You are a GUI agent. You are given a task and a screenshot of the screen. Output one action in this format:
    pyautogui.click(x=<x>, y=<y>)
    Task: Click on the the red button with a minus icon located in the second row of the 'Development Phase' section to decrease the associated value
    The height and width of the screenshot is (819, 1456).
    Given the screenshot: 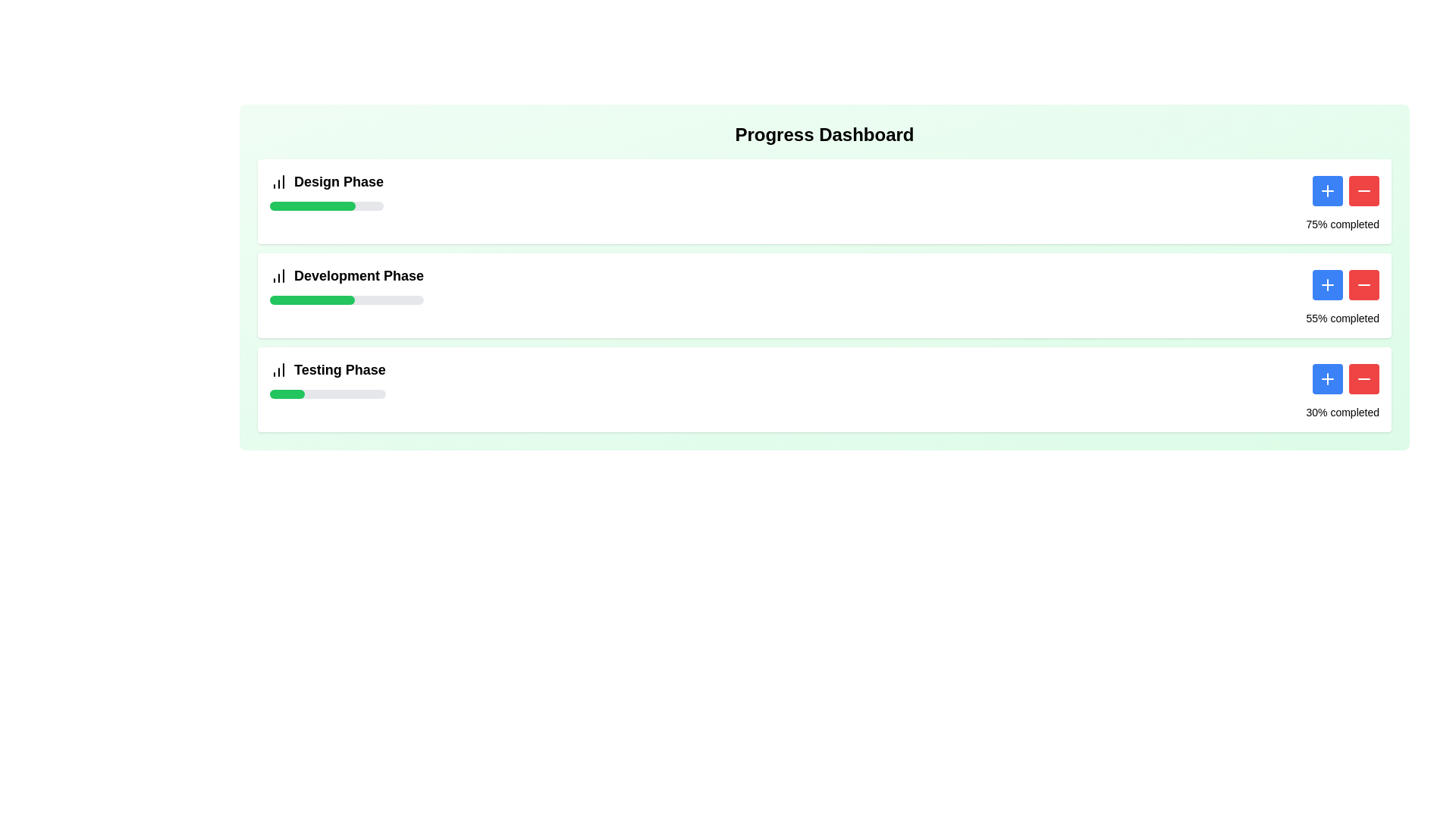 What is the action you would take?
    pyautogui.click(x=1364, y=284)
    